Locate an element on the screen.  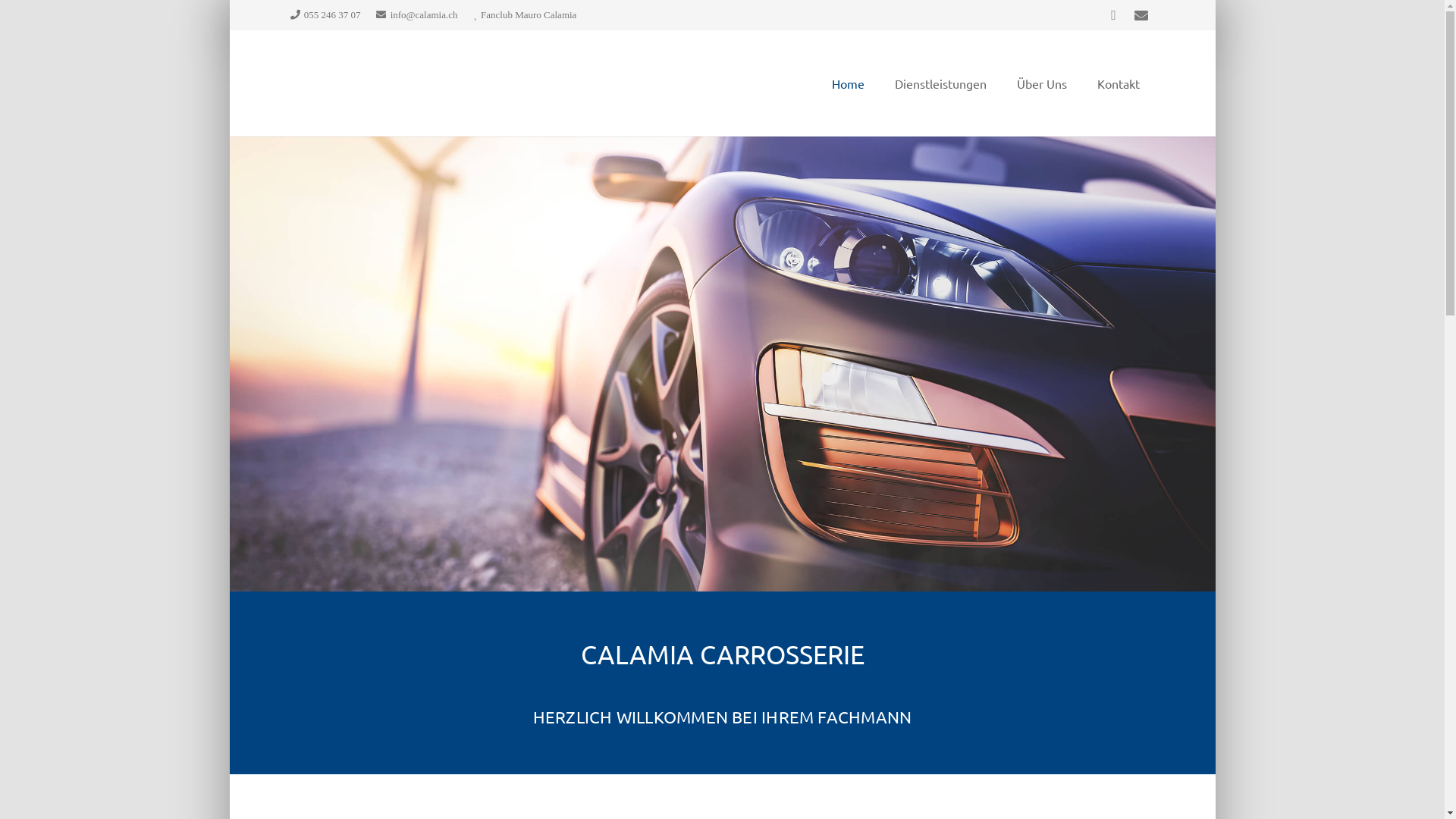
'Home' is located at coordinates (846, 83).